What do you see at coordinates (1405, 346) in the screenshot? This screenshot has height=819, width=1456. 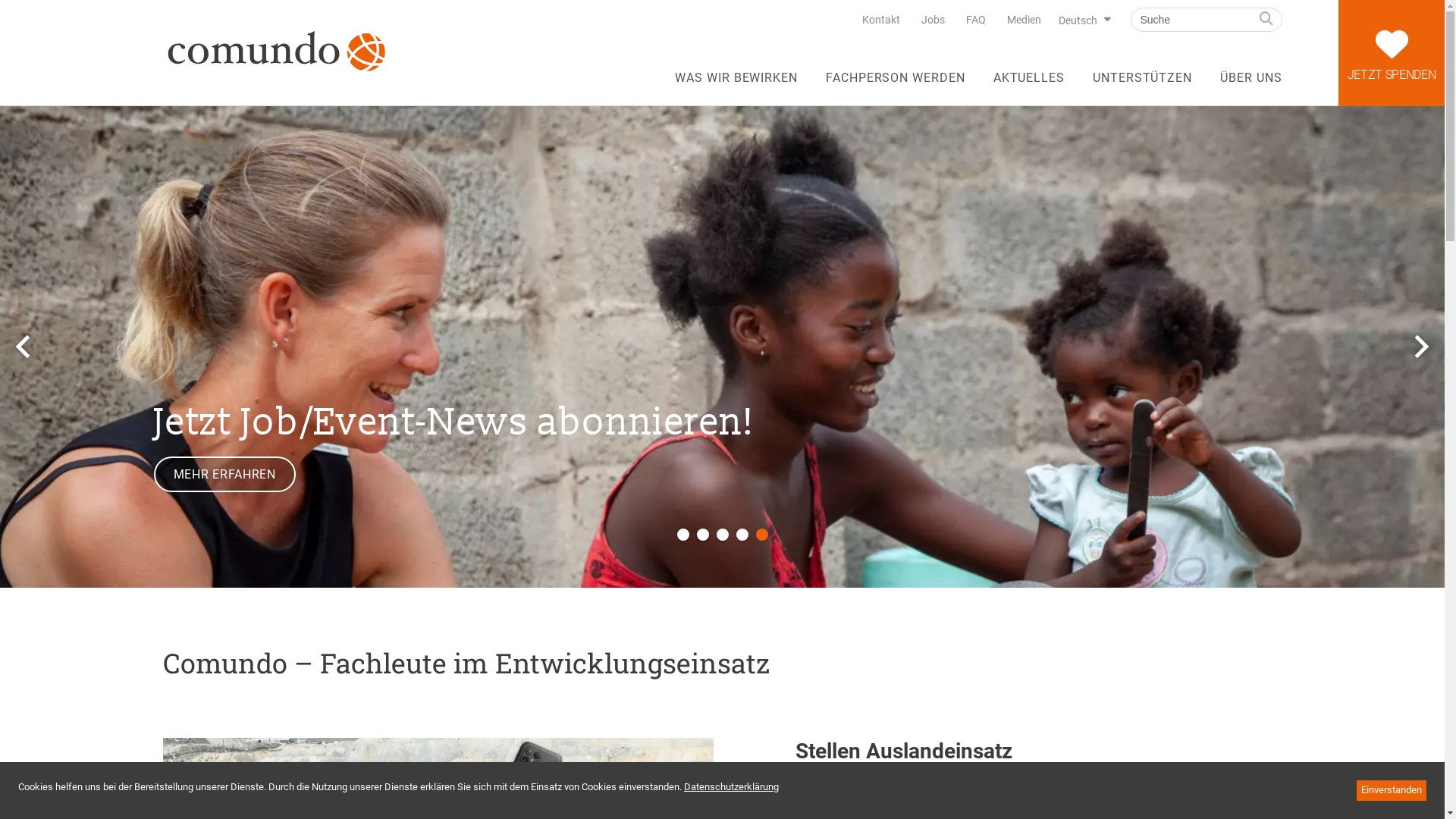 I see `'Next'` at bounding box center [1405, 346].